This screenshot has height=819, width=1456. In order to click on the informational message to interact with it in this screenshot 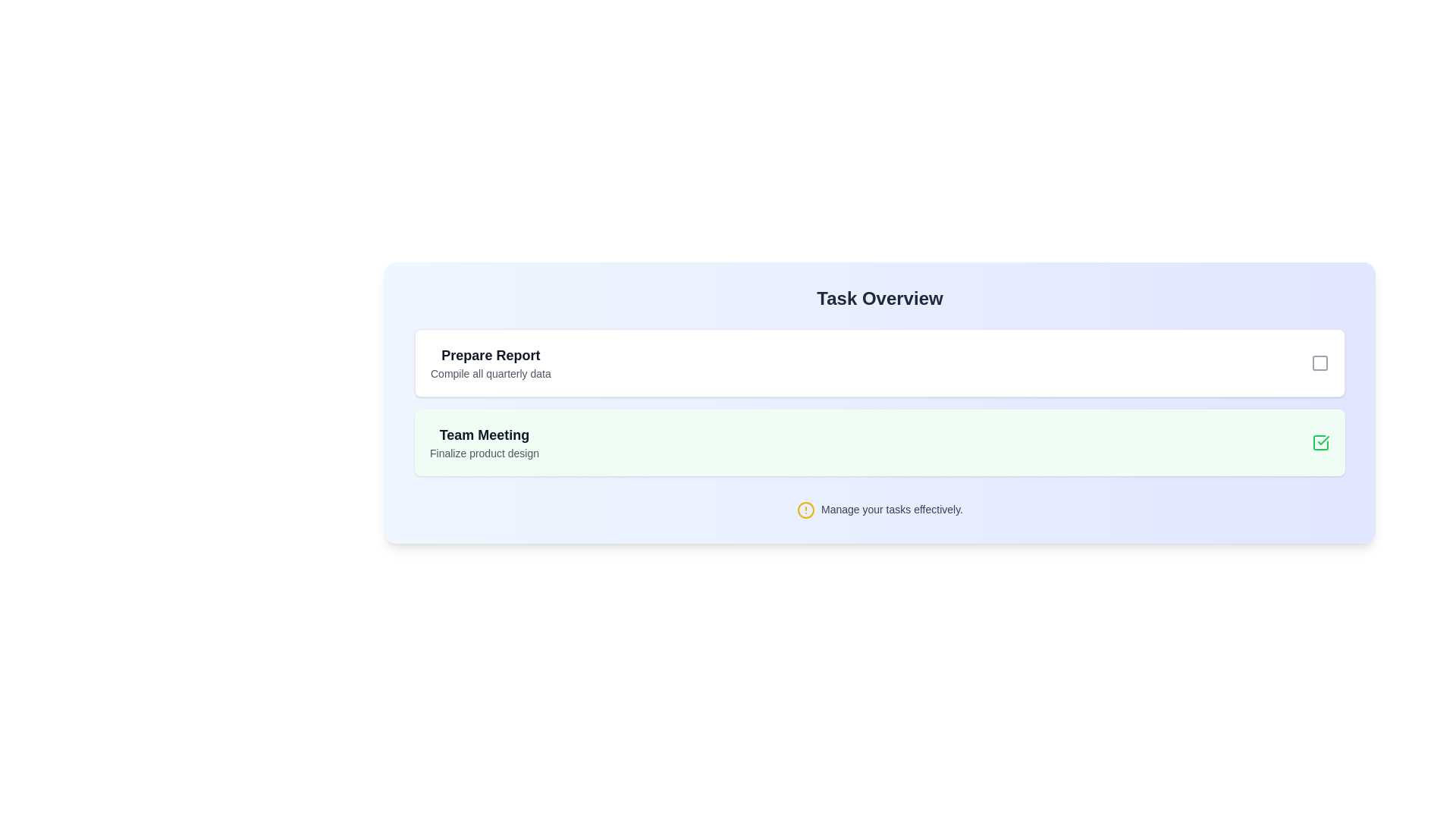, I will do `click(880, 510)`.